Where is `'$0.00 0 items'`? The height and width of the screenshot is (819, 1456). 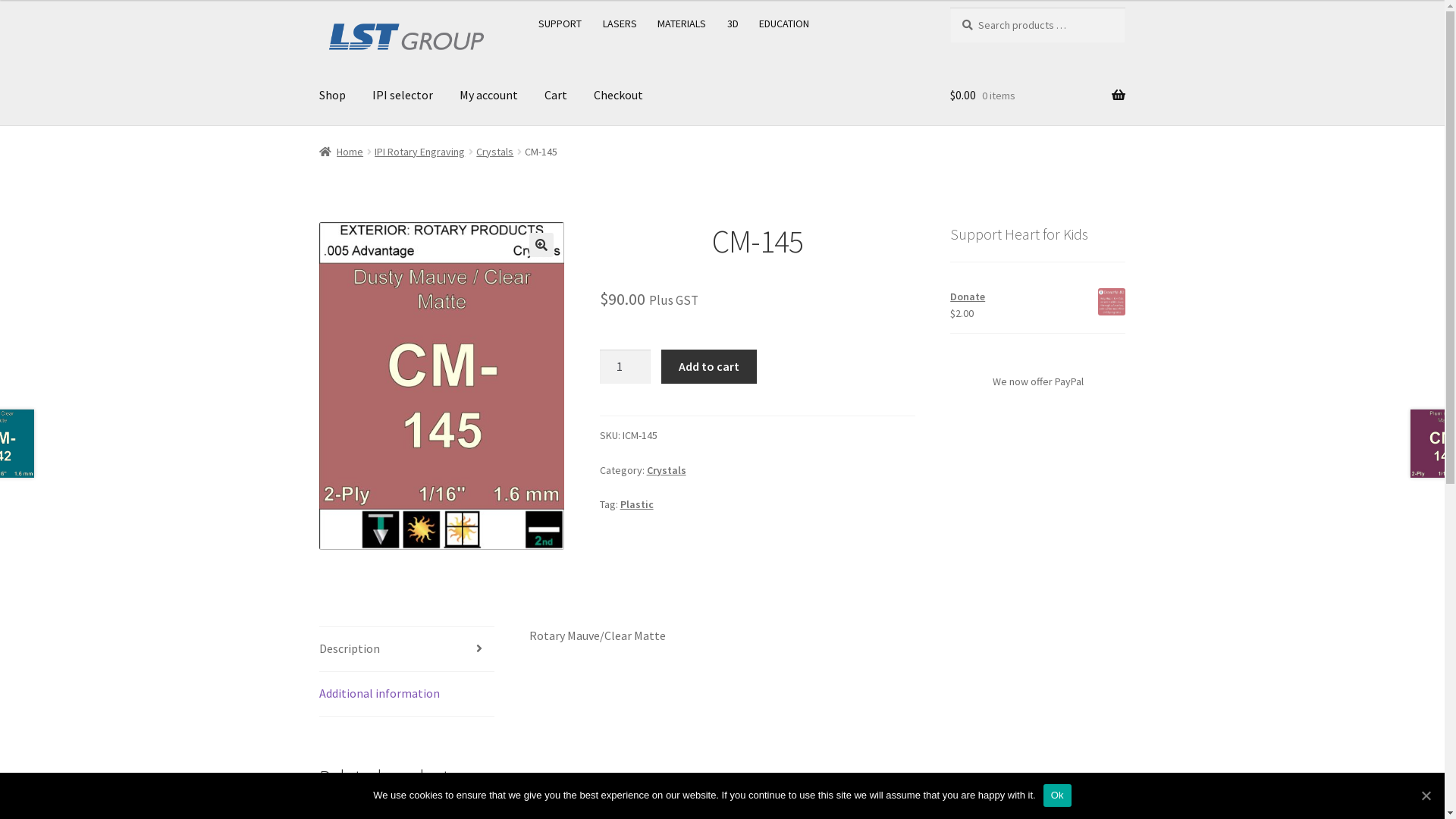
'$0.00 0 items' is located at coordinates (1037, 96).